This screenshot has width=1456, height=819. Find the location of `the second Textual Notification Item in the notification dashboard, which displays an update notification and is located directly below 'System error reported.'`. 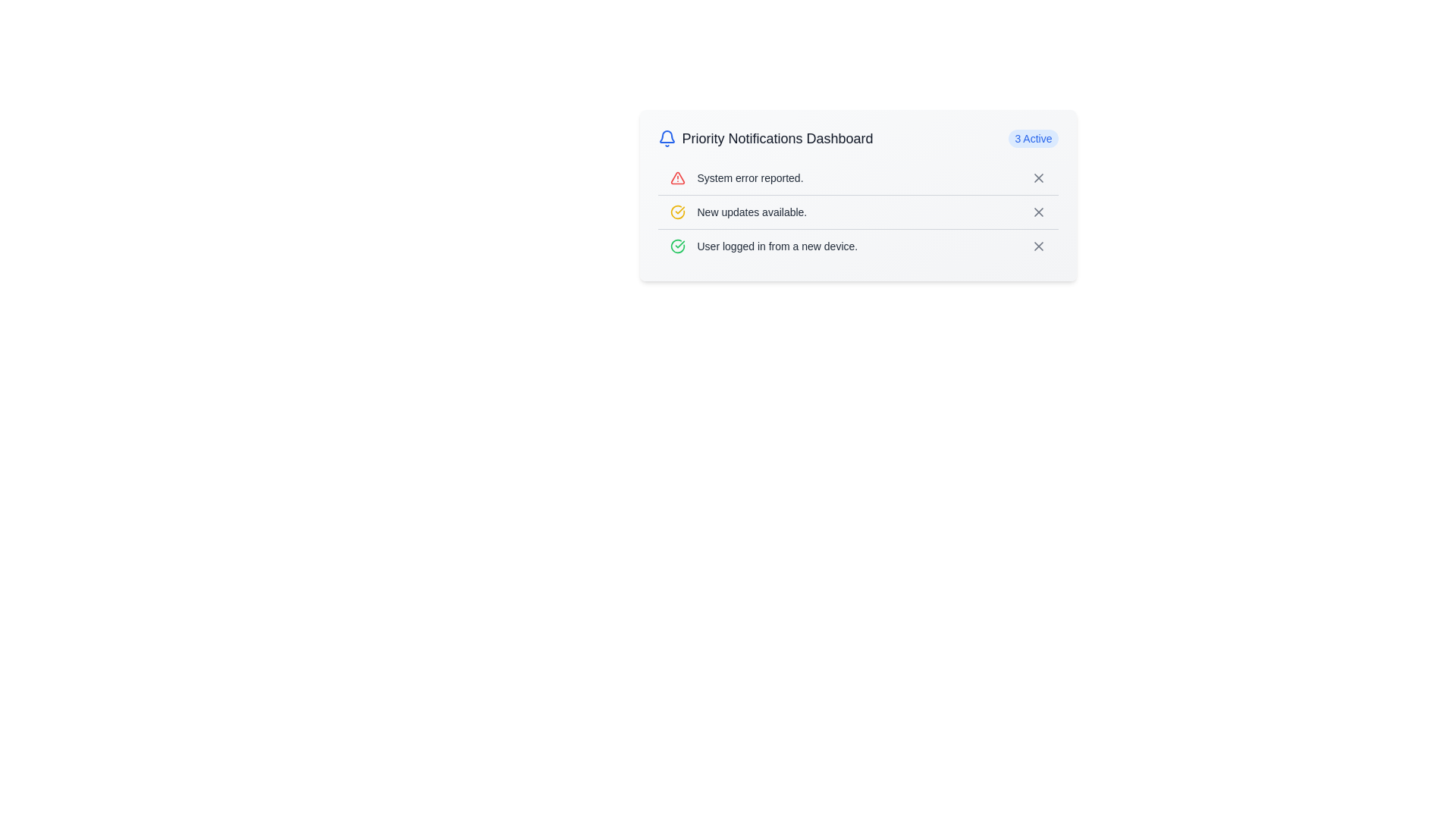

the second Textual Notification Item in the notification dashboard, which displays an update notification and is located directly below 'System error reported.' is located at coordinates (858, 212).